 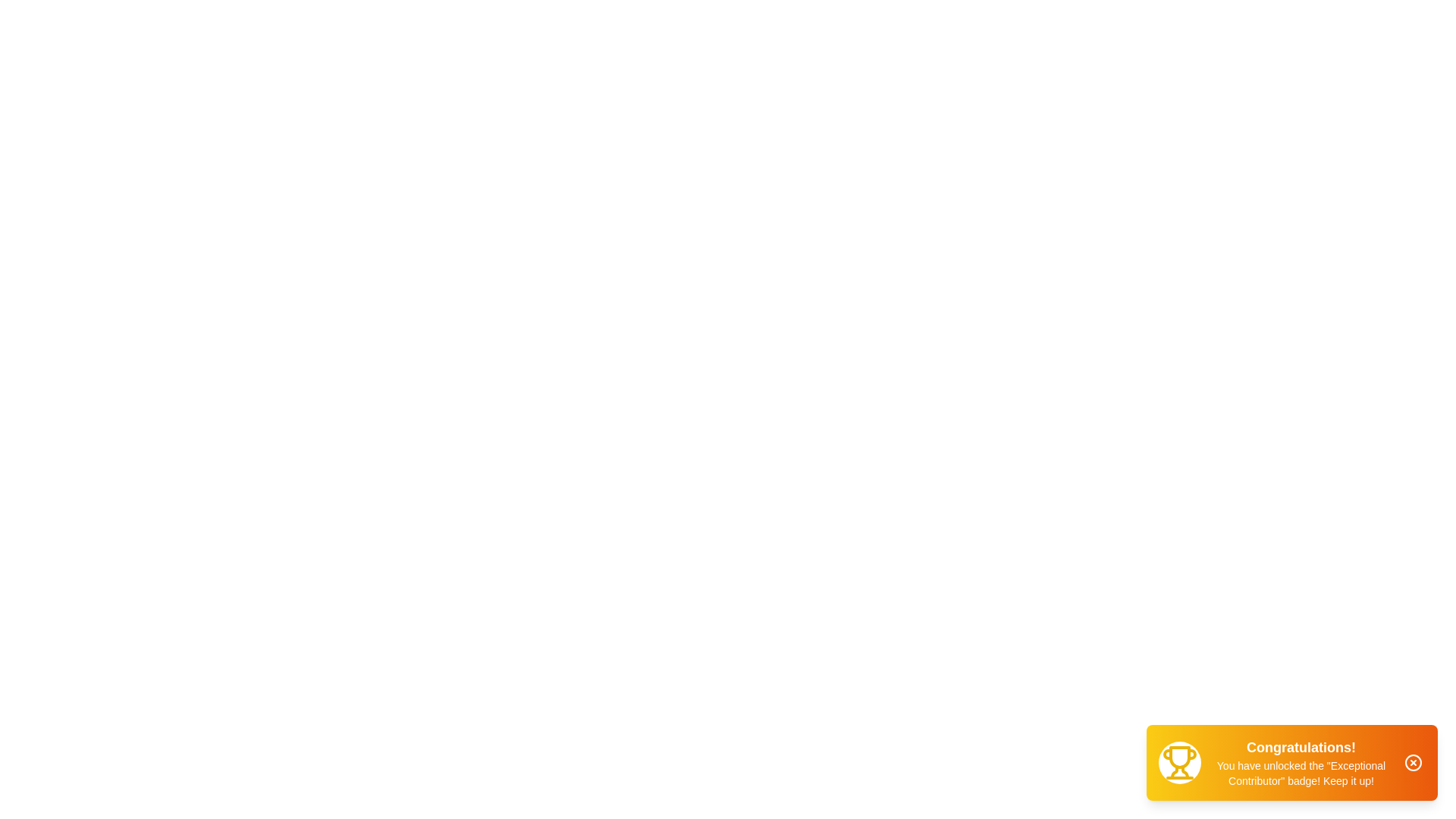 I want to click on the close button of the snackbar to dismiss it, so click(x=1412, y=763).